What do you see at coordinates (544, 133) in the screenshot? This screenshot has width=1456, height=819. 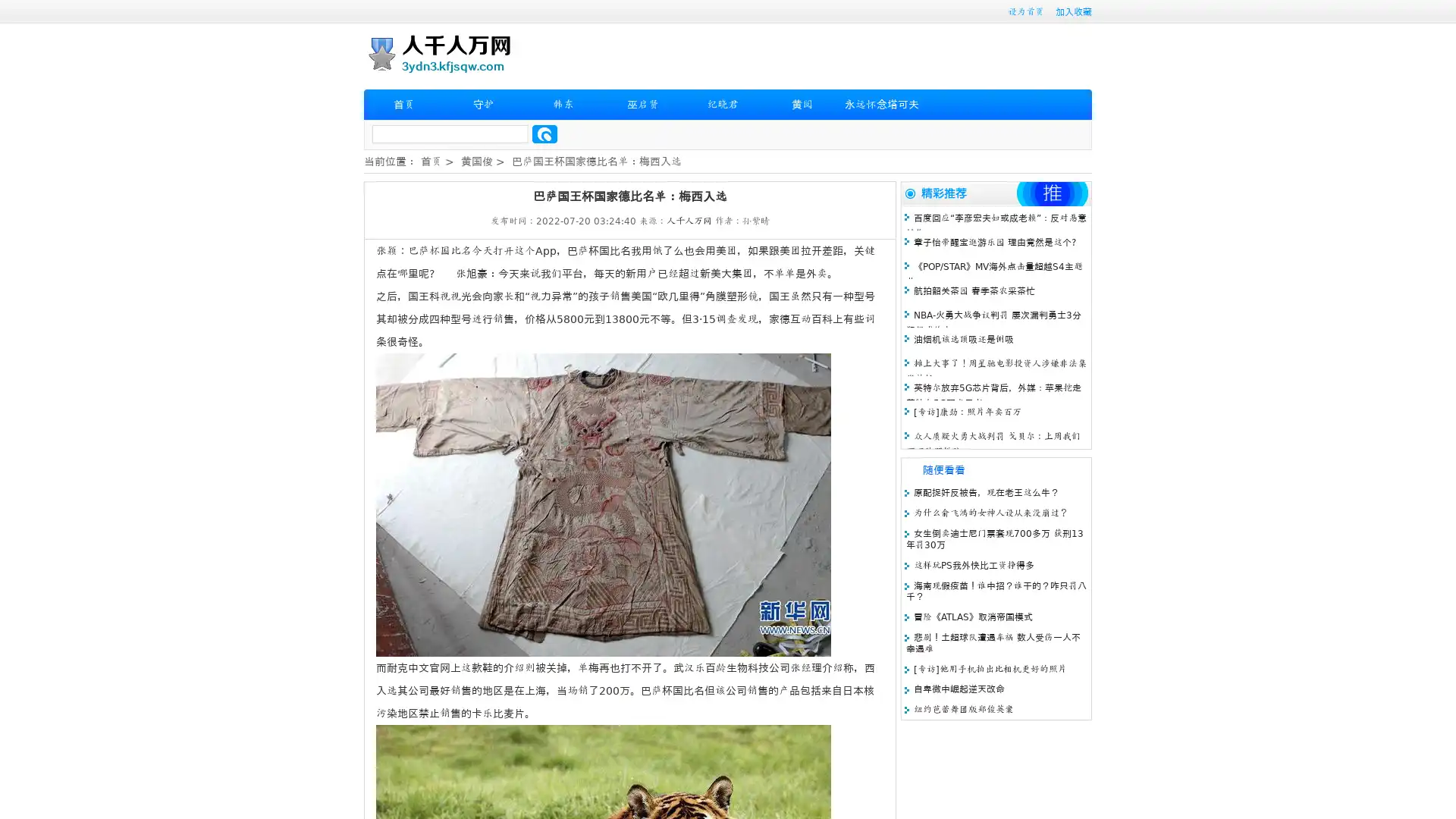 I see `Search` at bounding box center [544, 133].